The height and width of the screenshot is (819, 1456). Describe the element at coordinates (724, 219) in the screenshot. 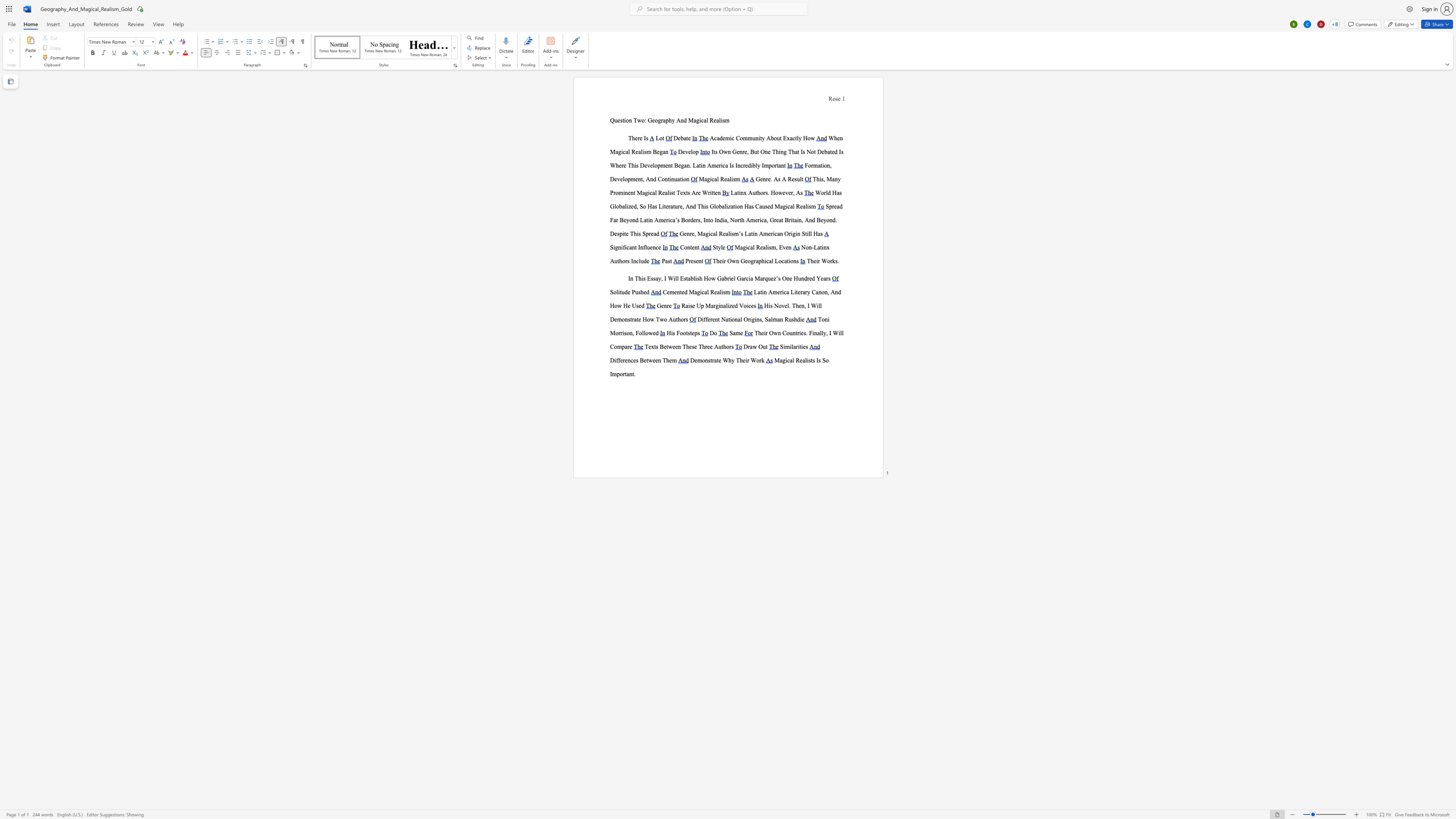

I see `the space between the continuous character "i" and "a" in the text` at that location.